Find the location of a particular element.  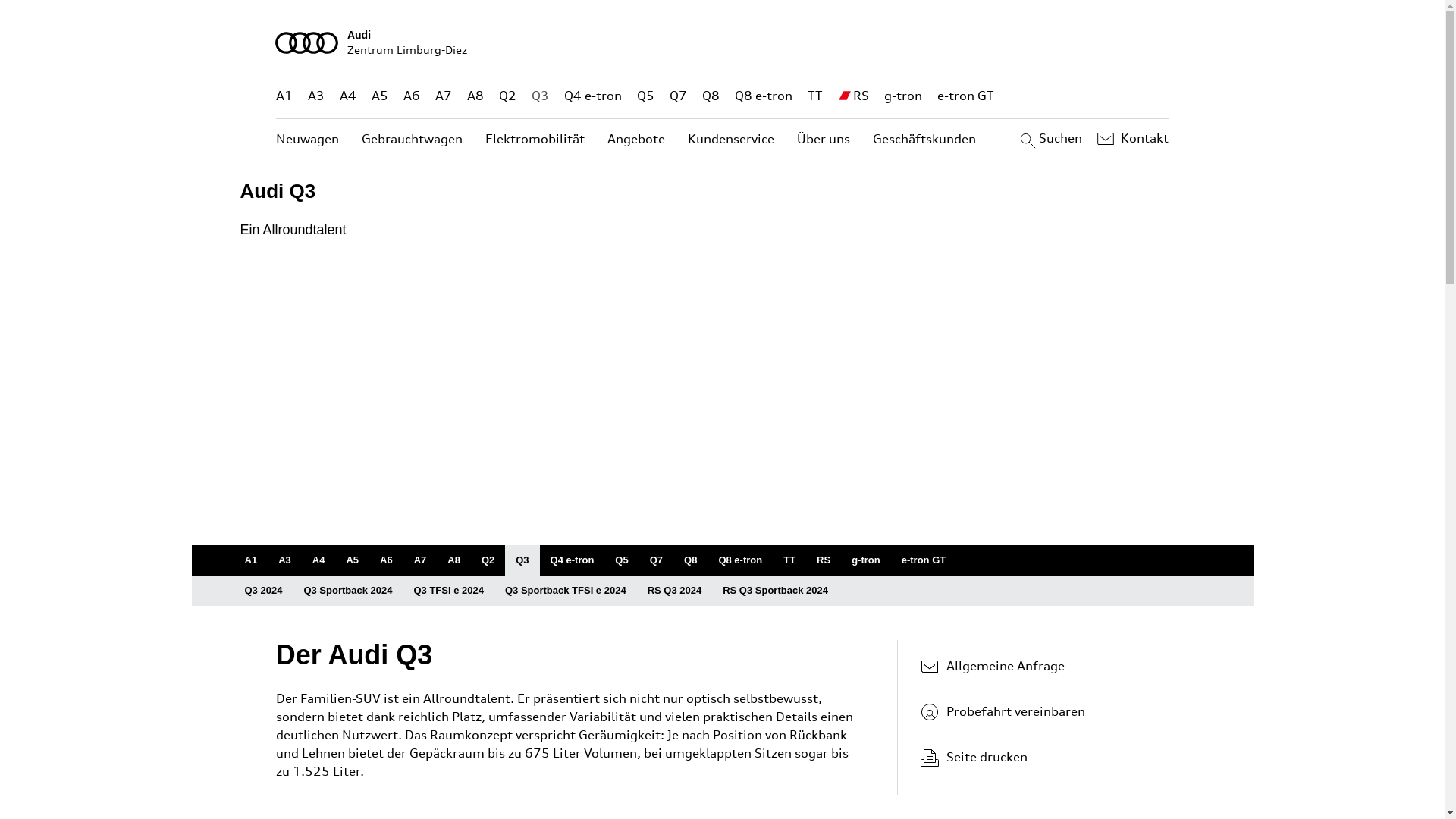

'Suchen' is located at coordinates (1048, 138).